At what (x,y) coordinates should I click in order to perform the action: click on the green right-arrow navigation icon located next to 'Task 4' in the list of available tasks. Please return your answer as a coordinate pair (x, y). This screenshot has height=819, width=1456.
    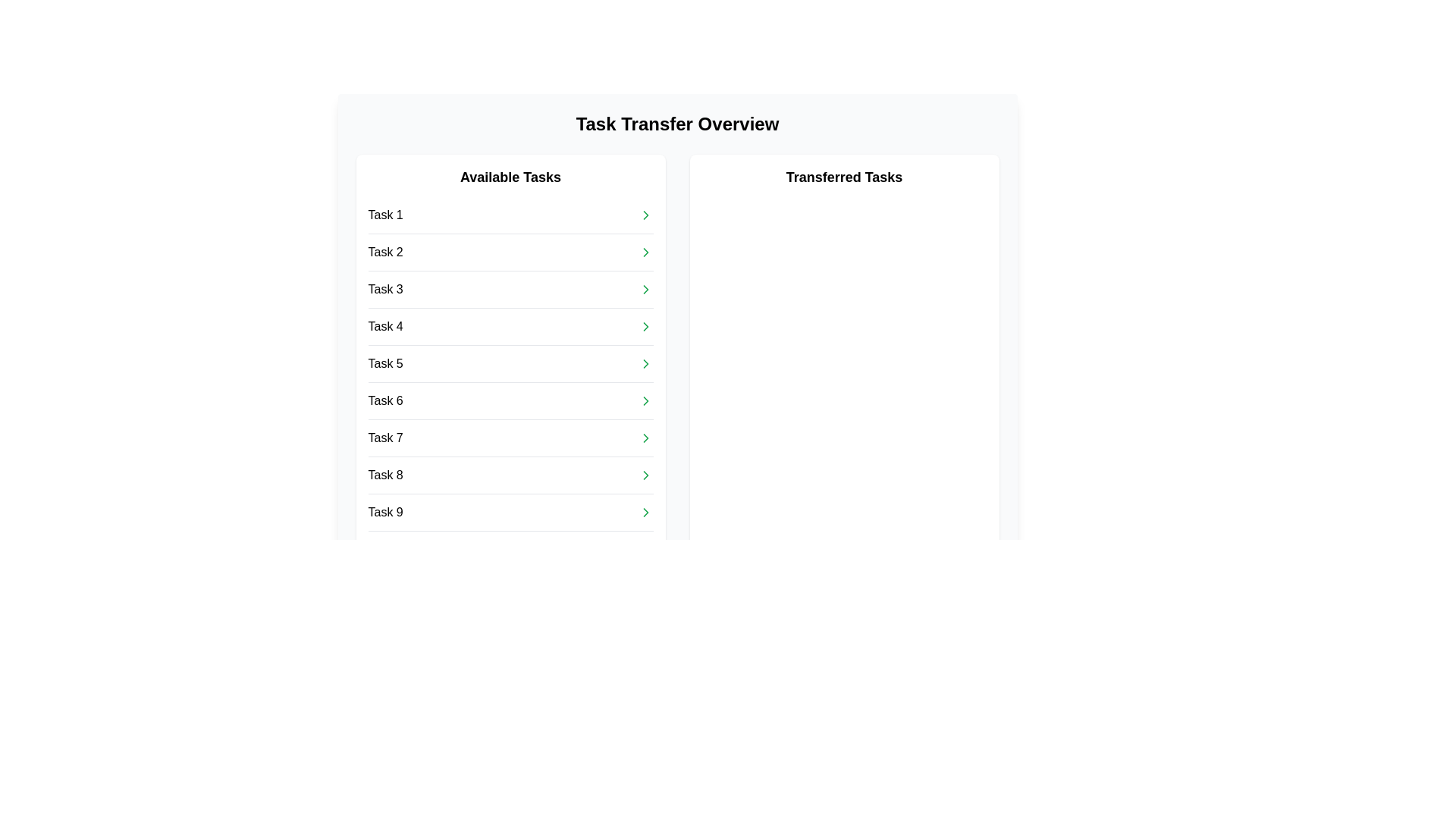
    Looking at the image, I should click on (645, 326).